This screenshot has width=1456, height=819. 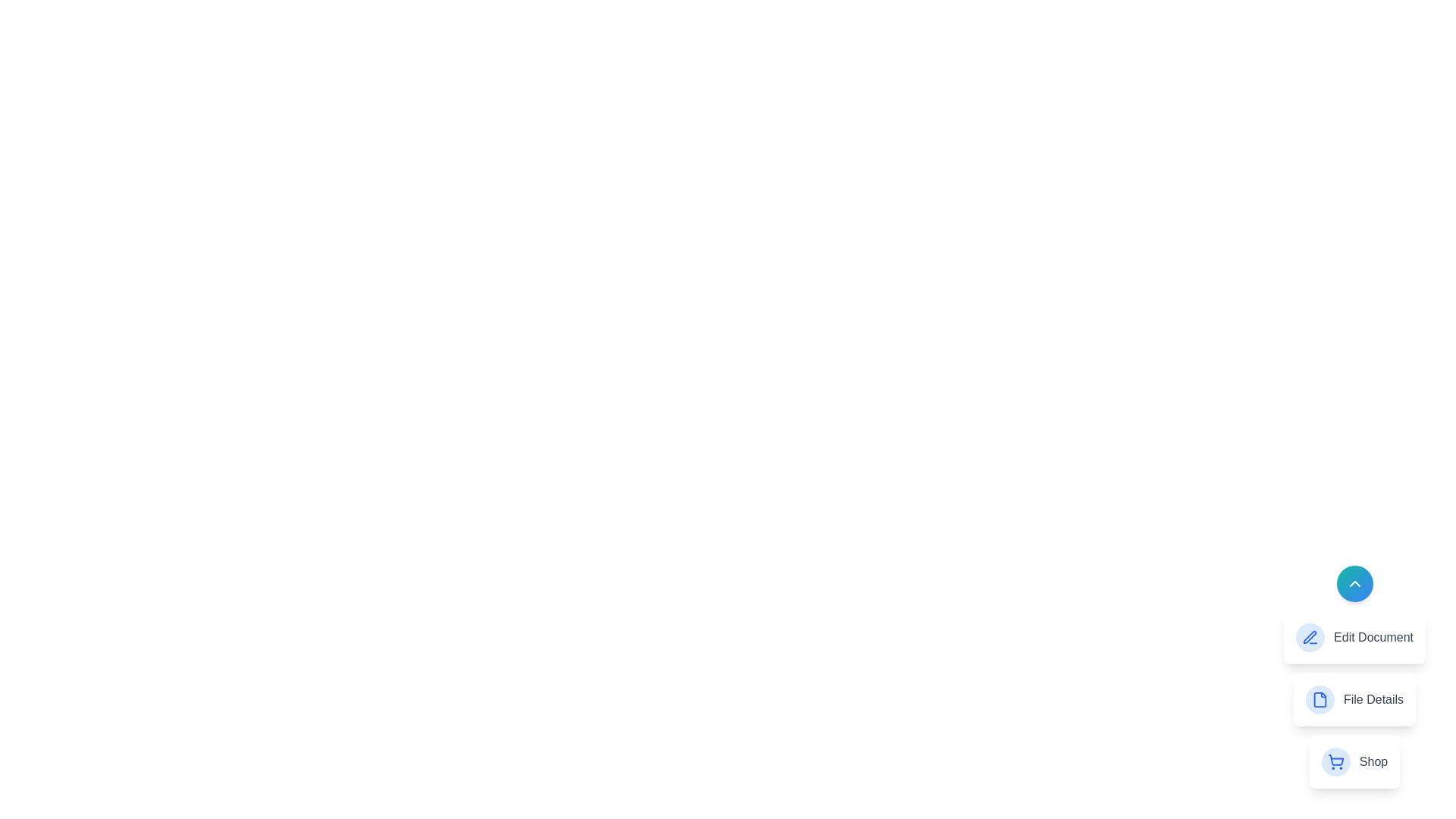 What do you see at coordinates (1354, 637) in the screenshot?
I see `the Edit Document in the speed dial menu` at bounding box center [1354, 637].